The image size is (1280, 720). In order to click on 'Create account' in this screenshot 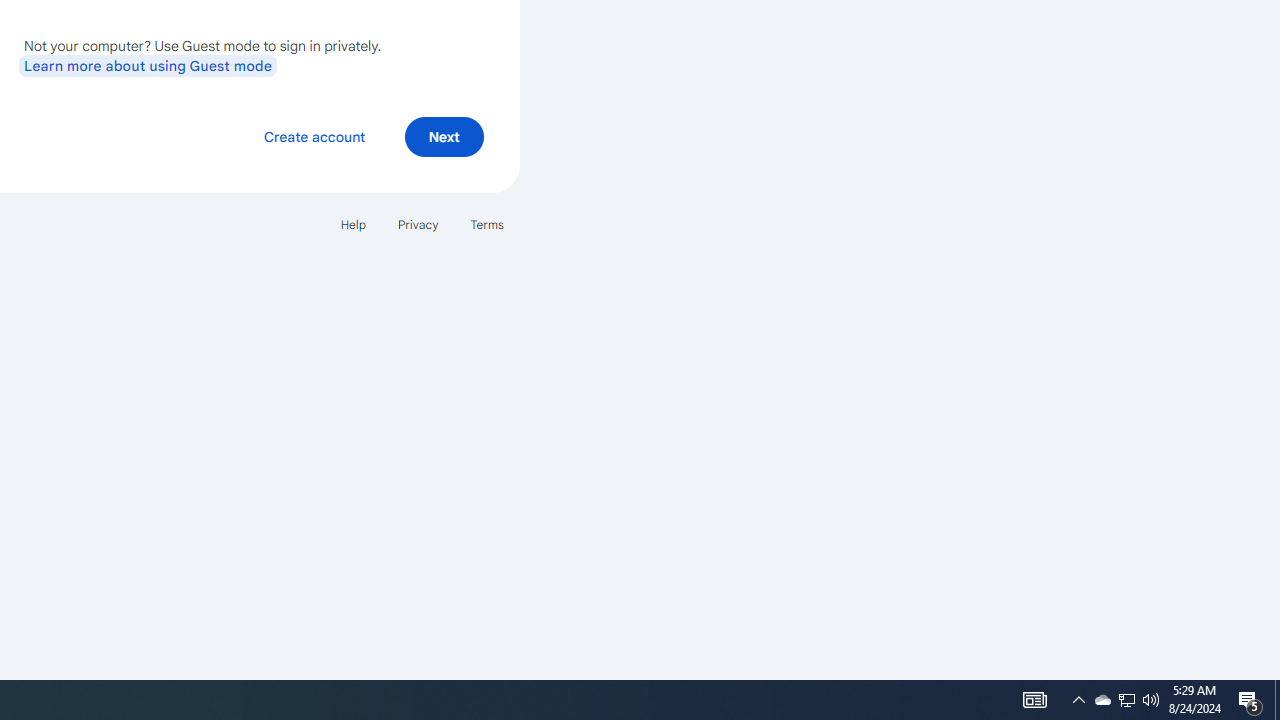, I will do `click(313, 135)`.